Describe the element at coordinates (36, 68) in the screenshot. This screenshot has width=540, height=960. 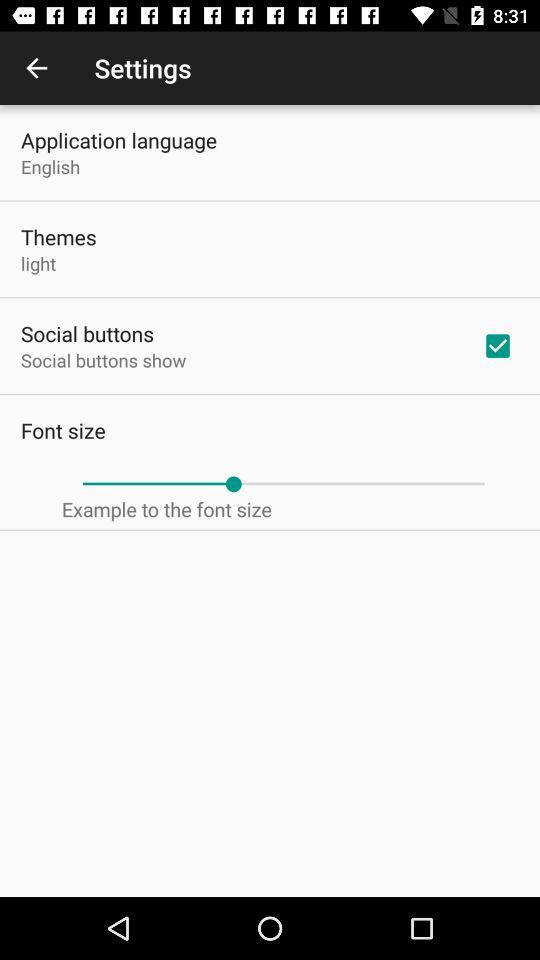
I see `item above the application language icon` at that location.